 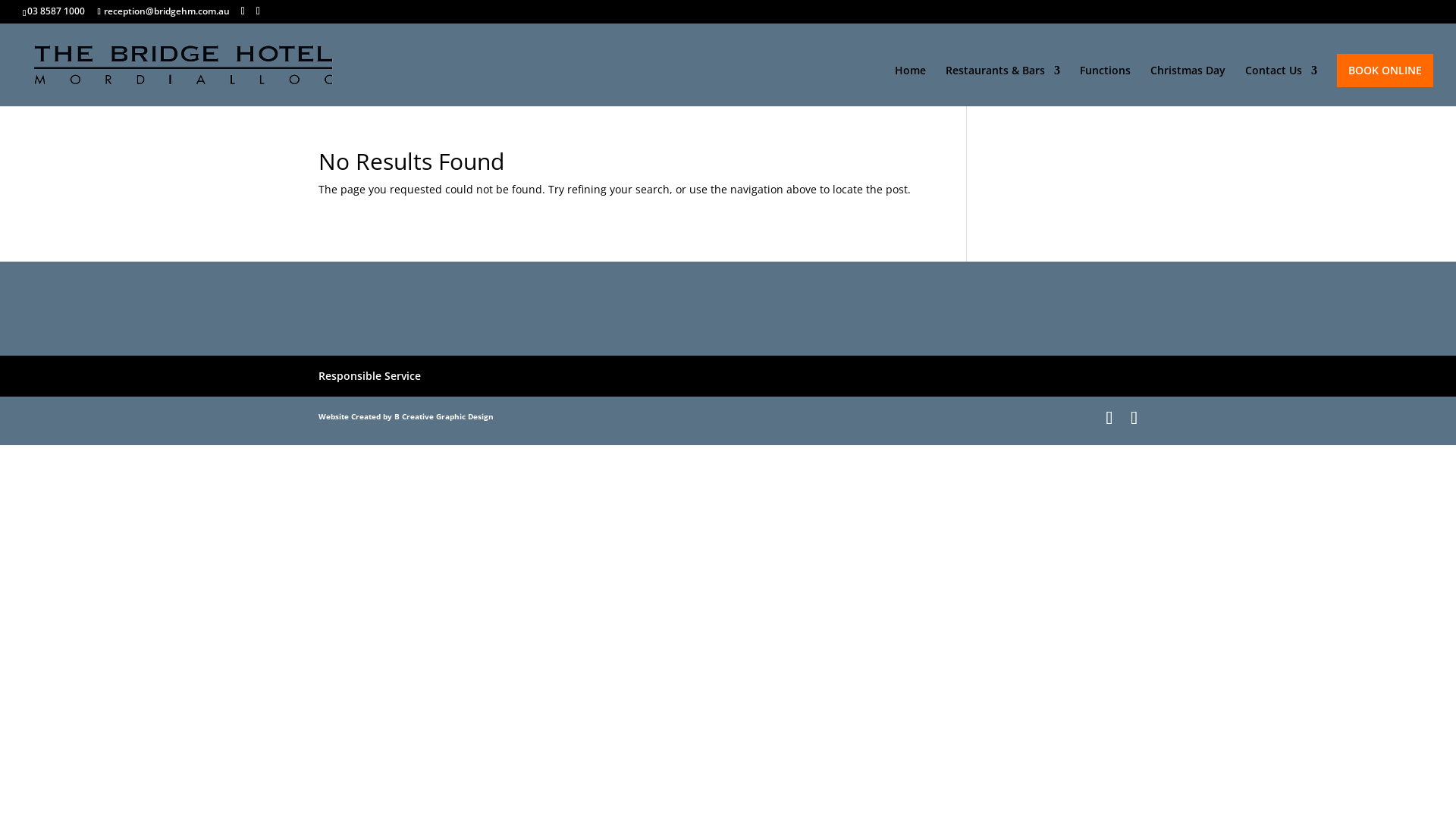 What do you see at coordinates (910, 85) in the screenshot?
I see `'Home'` at bounding box center [910, 85].